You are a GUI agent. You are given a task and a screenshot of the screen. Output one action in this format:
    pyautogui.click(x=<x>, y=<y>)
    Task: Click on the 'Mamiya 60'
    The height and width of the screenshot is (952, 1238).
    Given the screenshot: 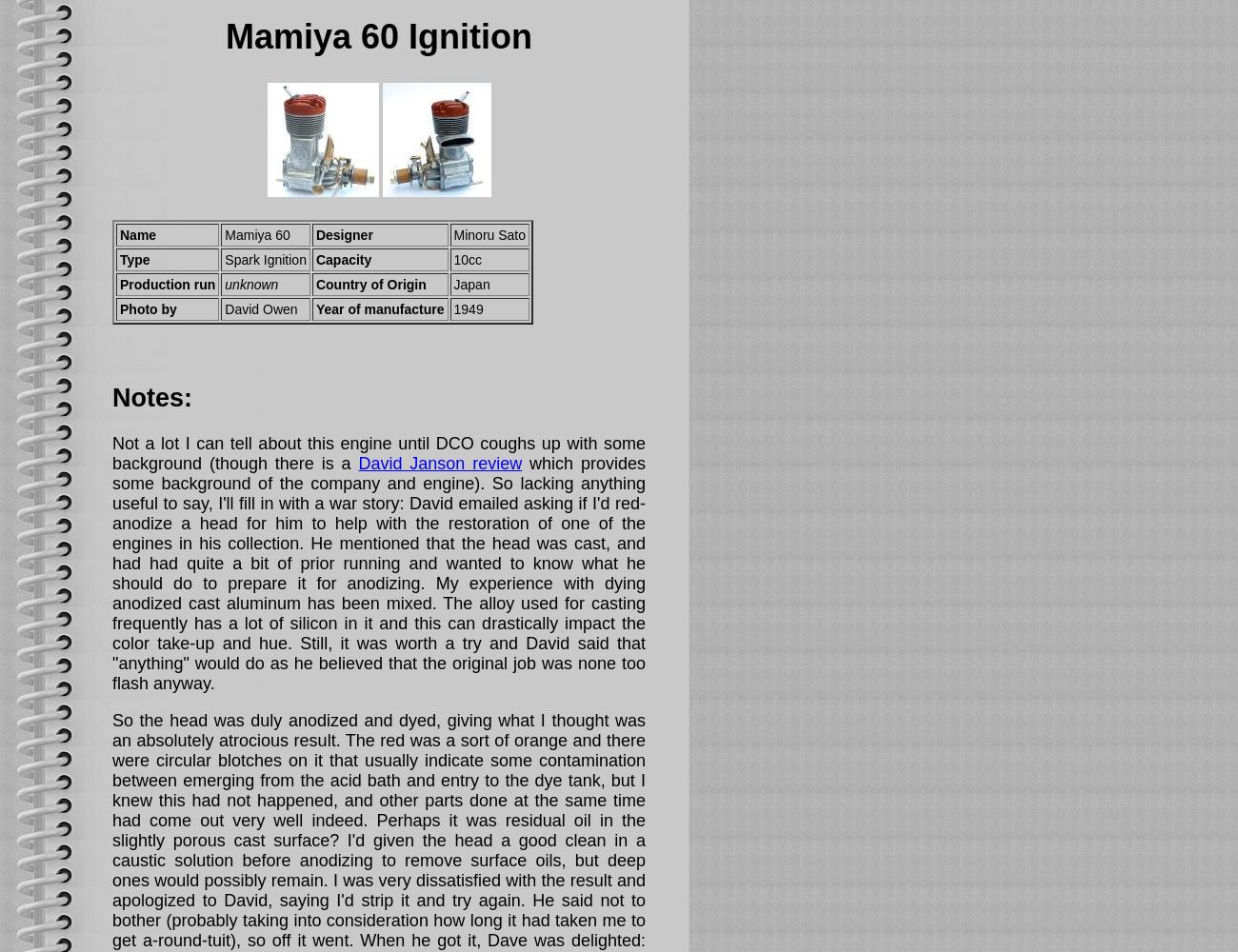 What is the action you would take?
    pyautogui.click(x=256, y=234)
    